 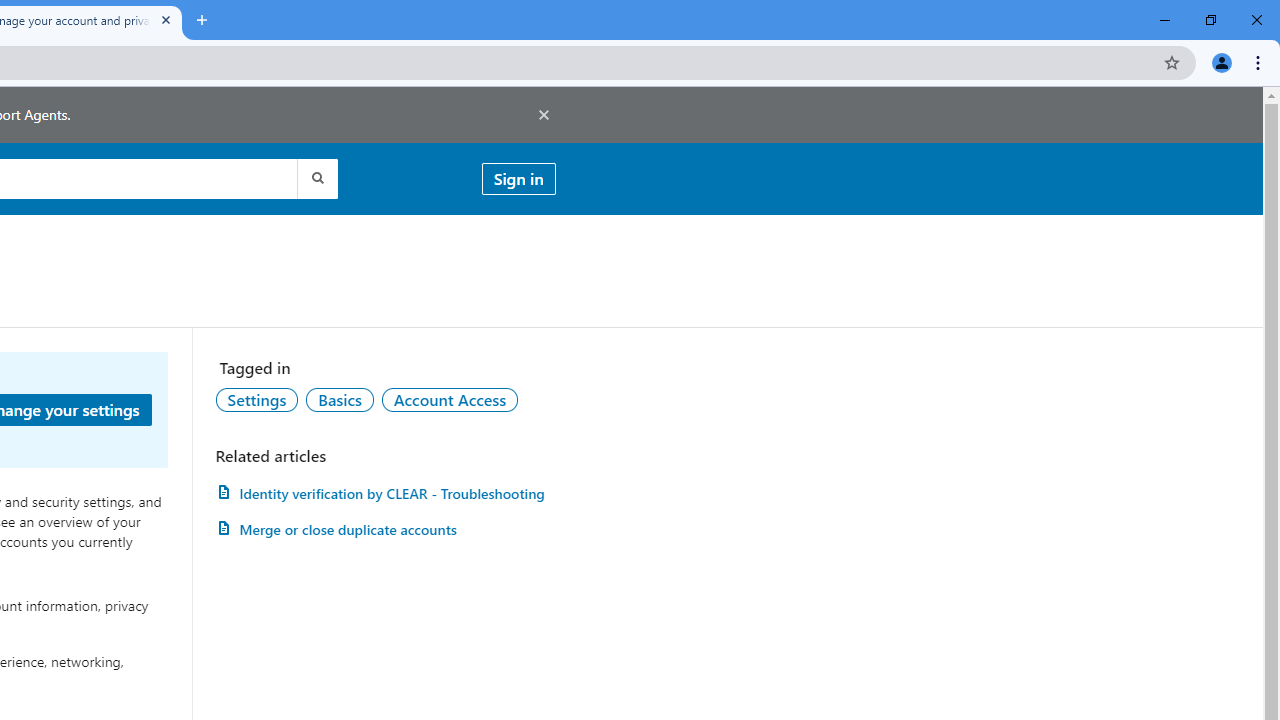 I want to click on 'Account Access', so click(x=448, y=399).